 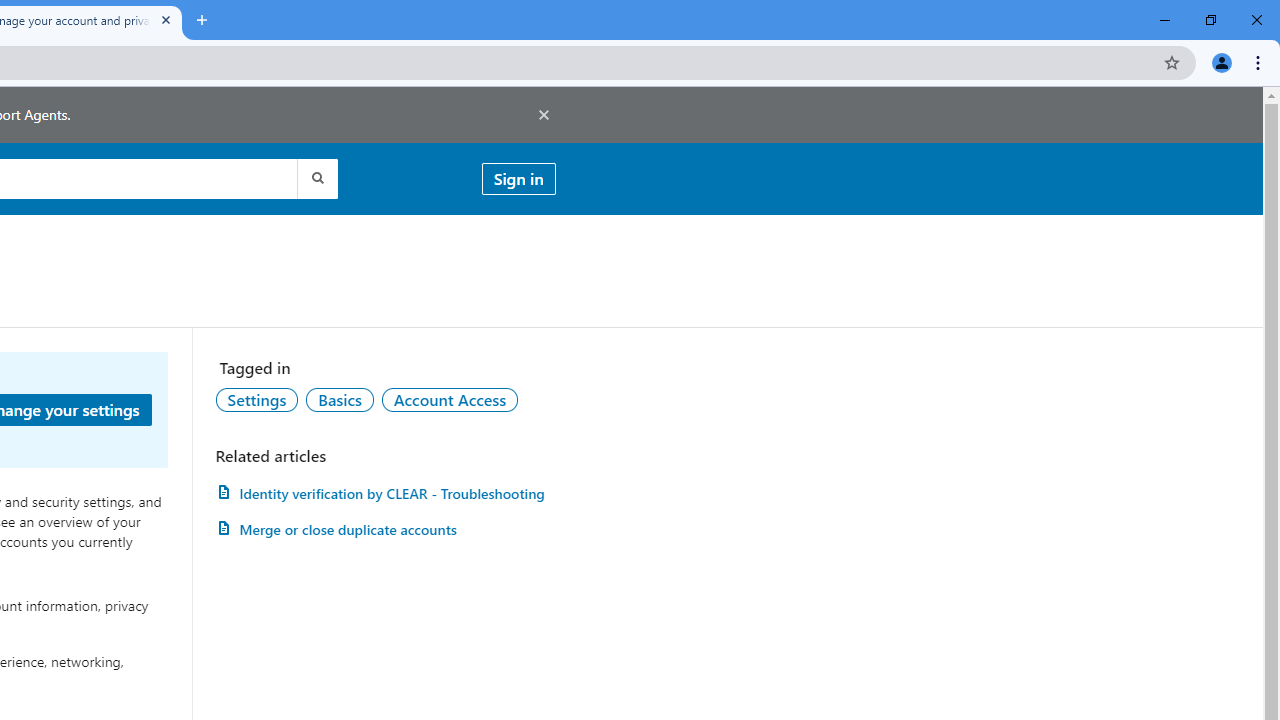 I want to click on 'Account Access', so click(x=448, y=399).